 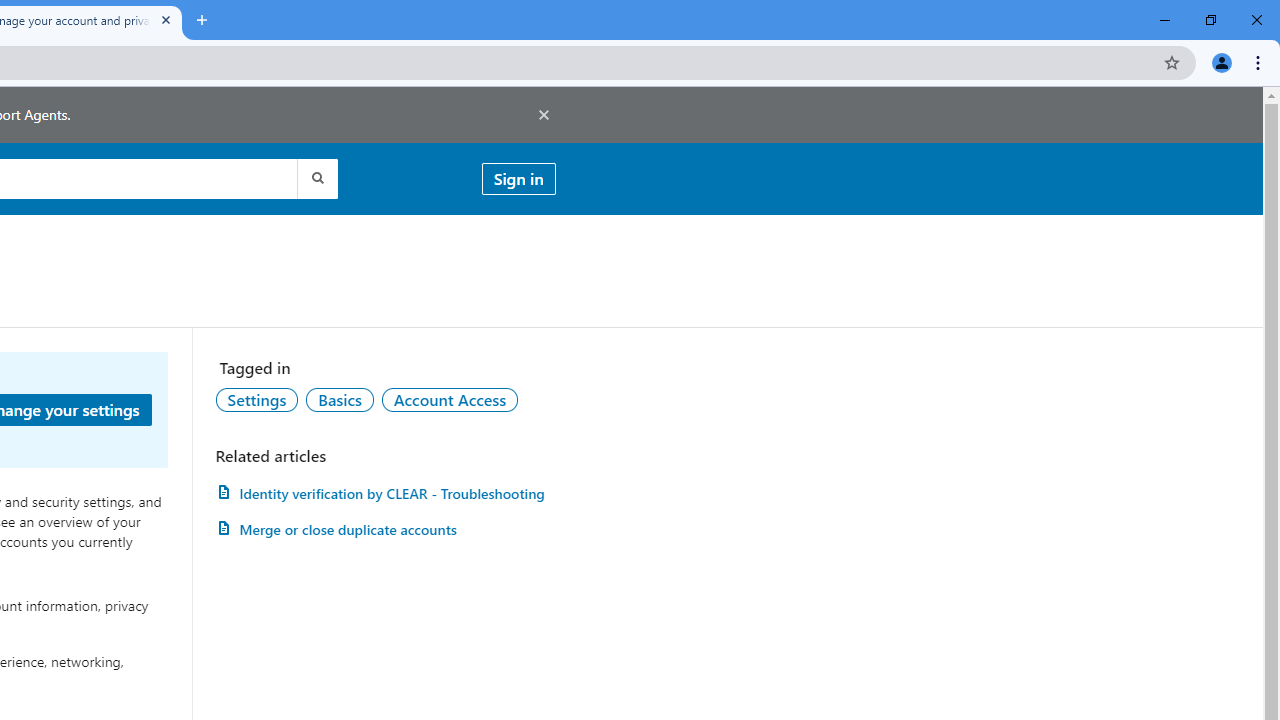 I want to click on 'Account Access', so click(x=448, y=399).